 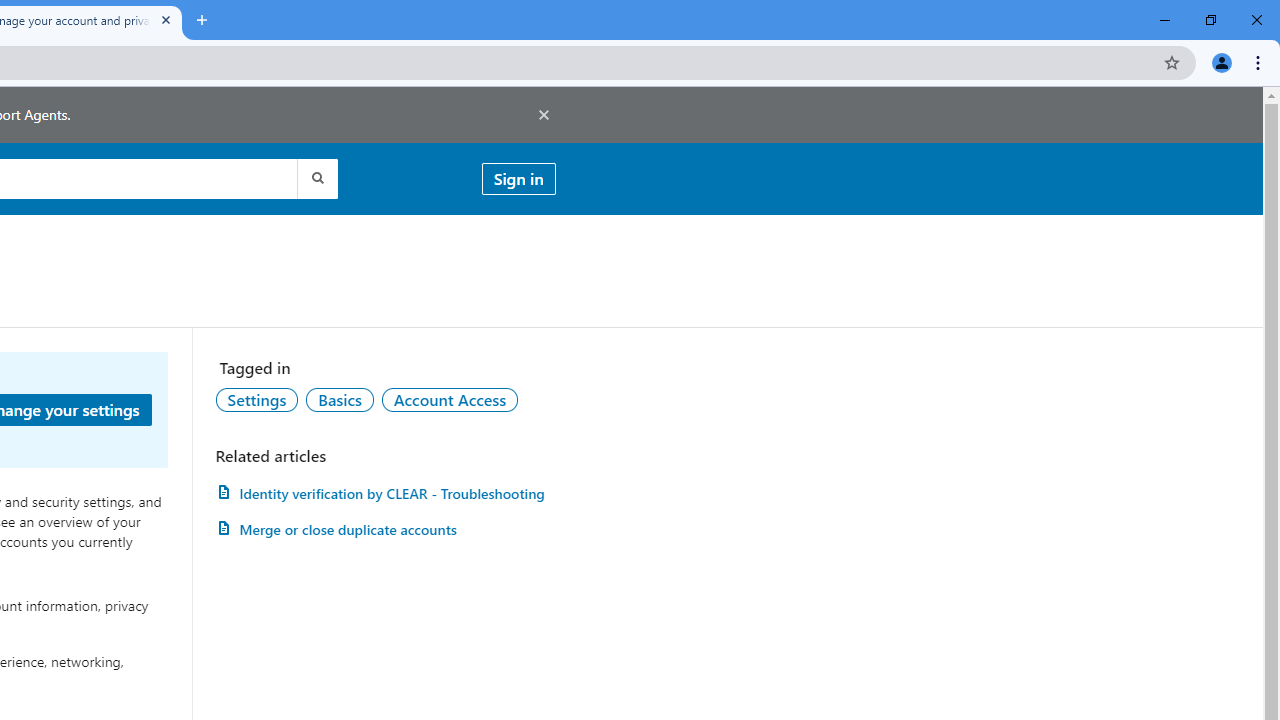 I want to click on 'Account Access', so click(x=448, y=399).